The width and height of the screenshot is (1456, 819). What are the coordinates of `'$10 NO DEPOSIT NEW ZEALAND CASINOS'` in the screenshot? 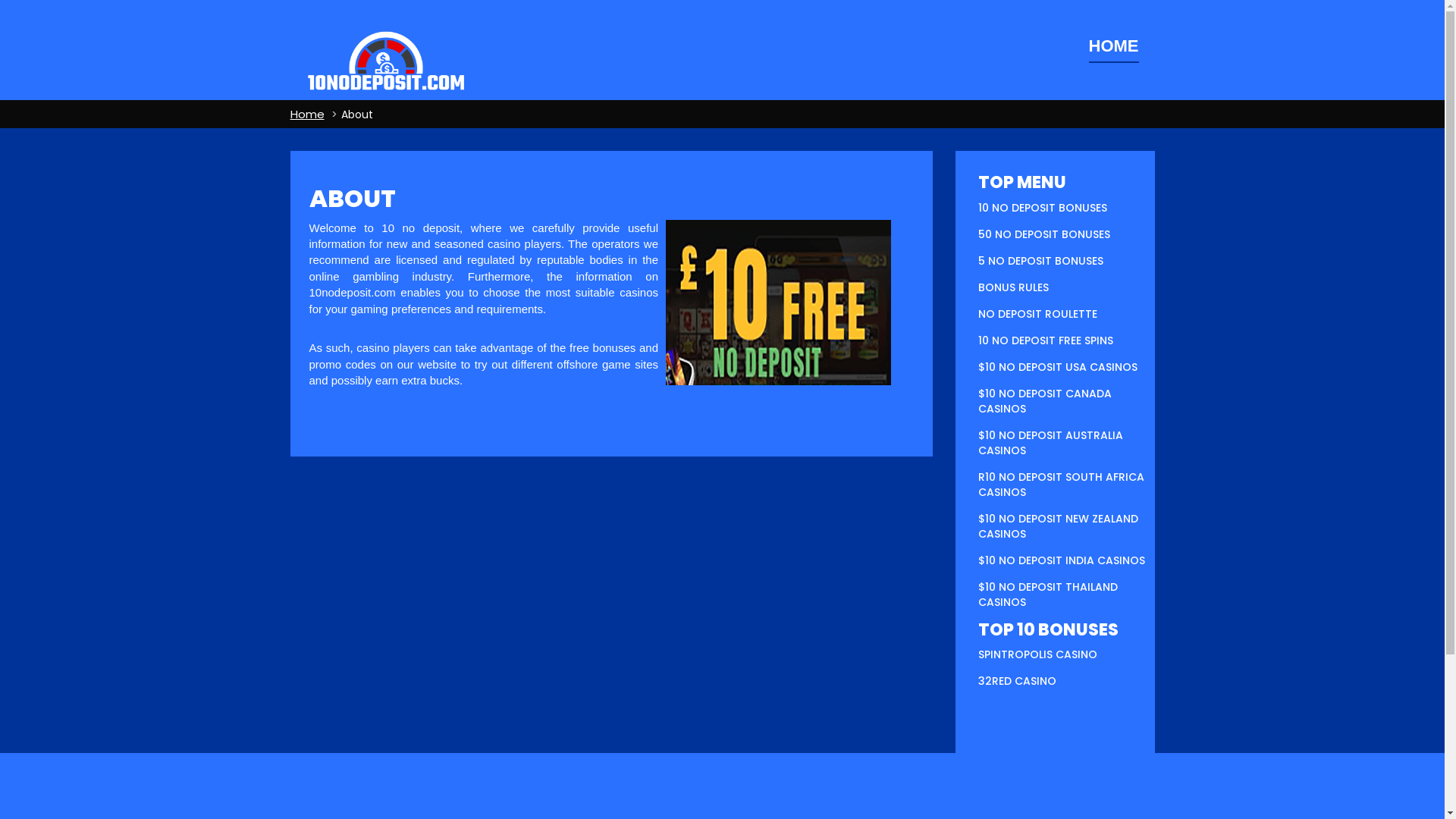 It's located at (1057, 526).